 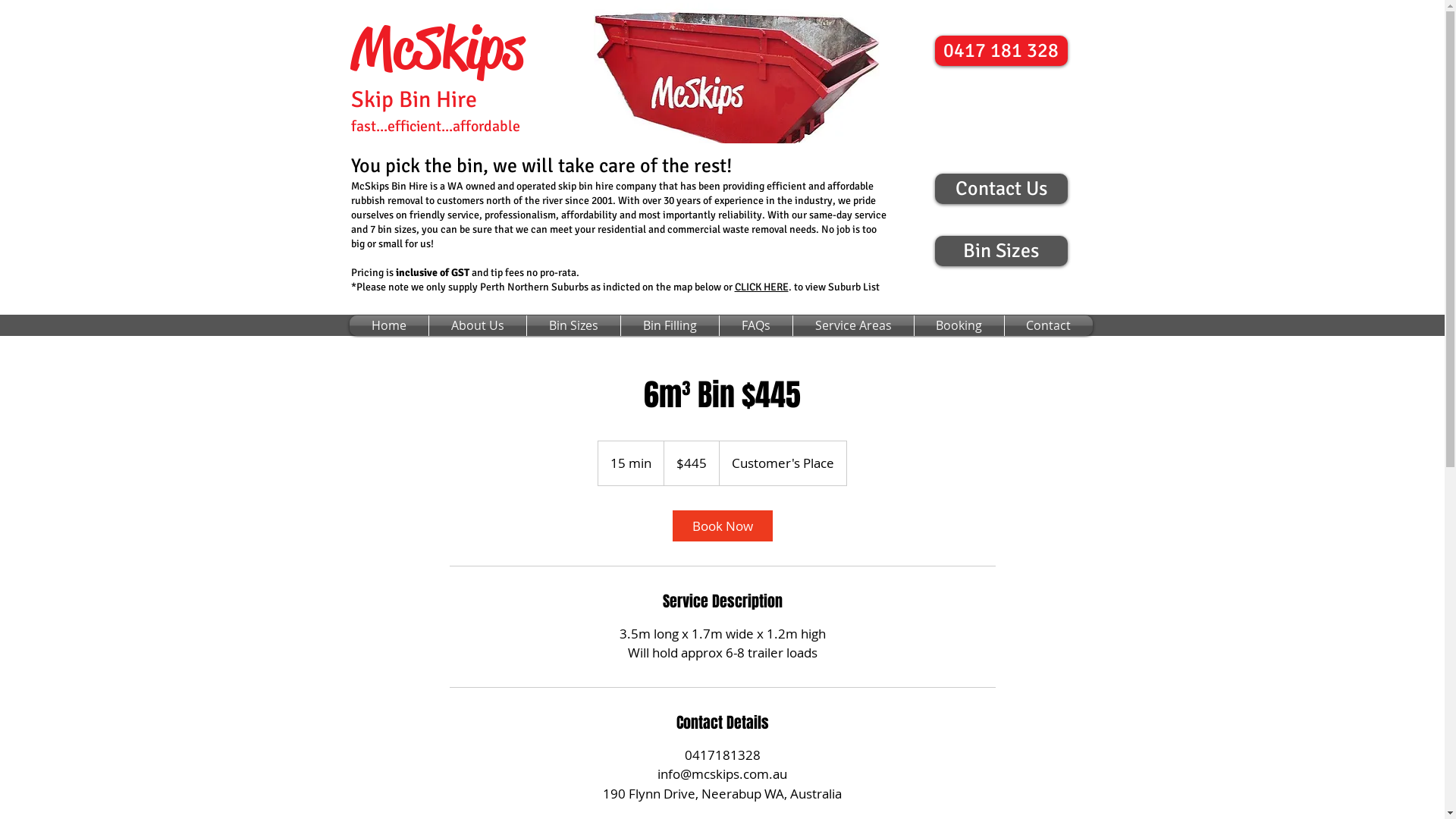 I want to click on 'Contact Us', so click(x=934, y=188).